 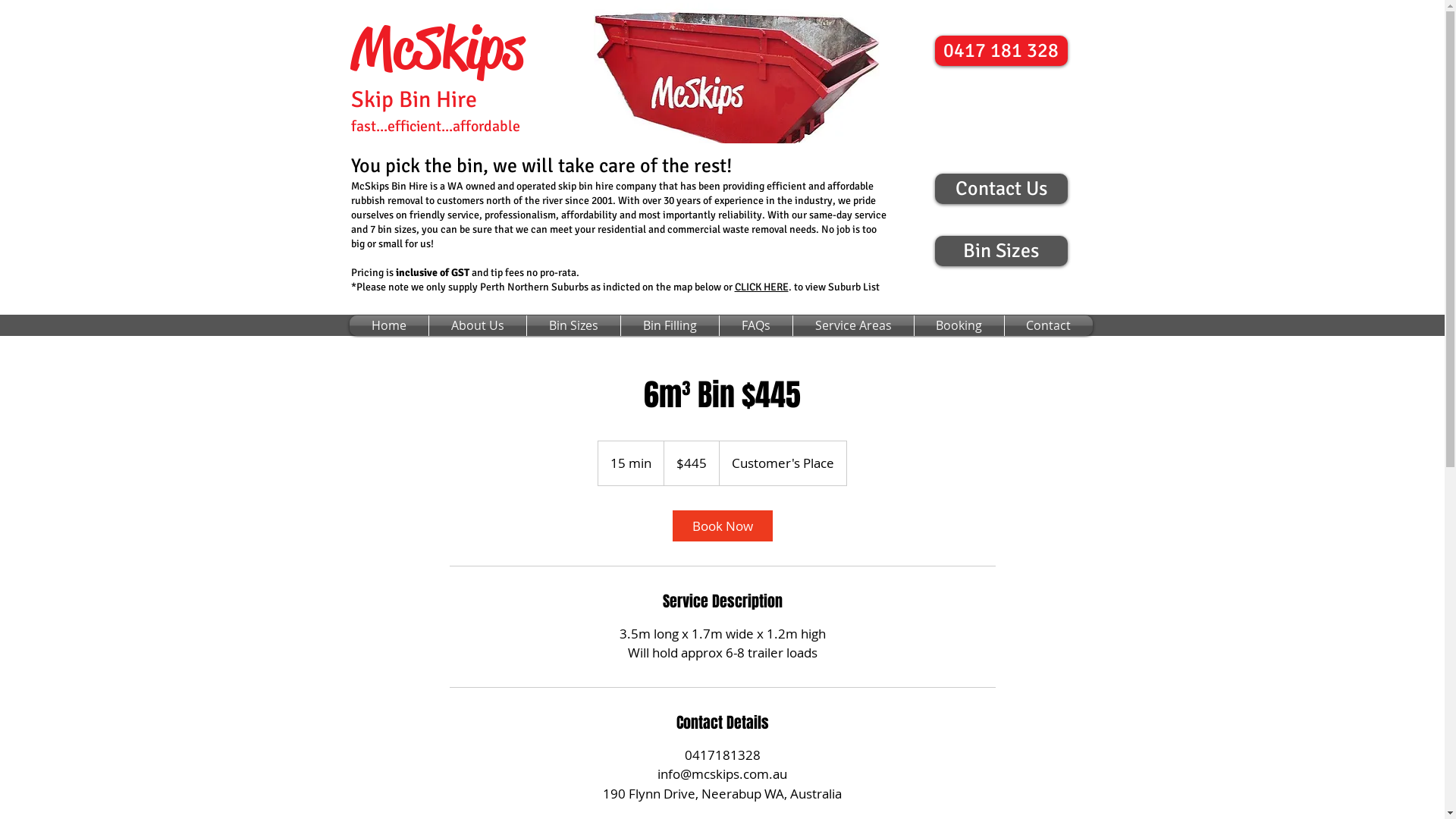 I want to click on 'Contact Us', so click(x=934, y=188).